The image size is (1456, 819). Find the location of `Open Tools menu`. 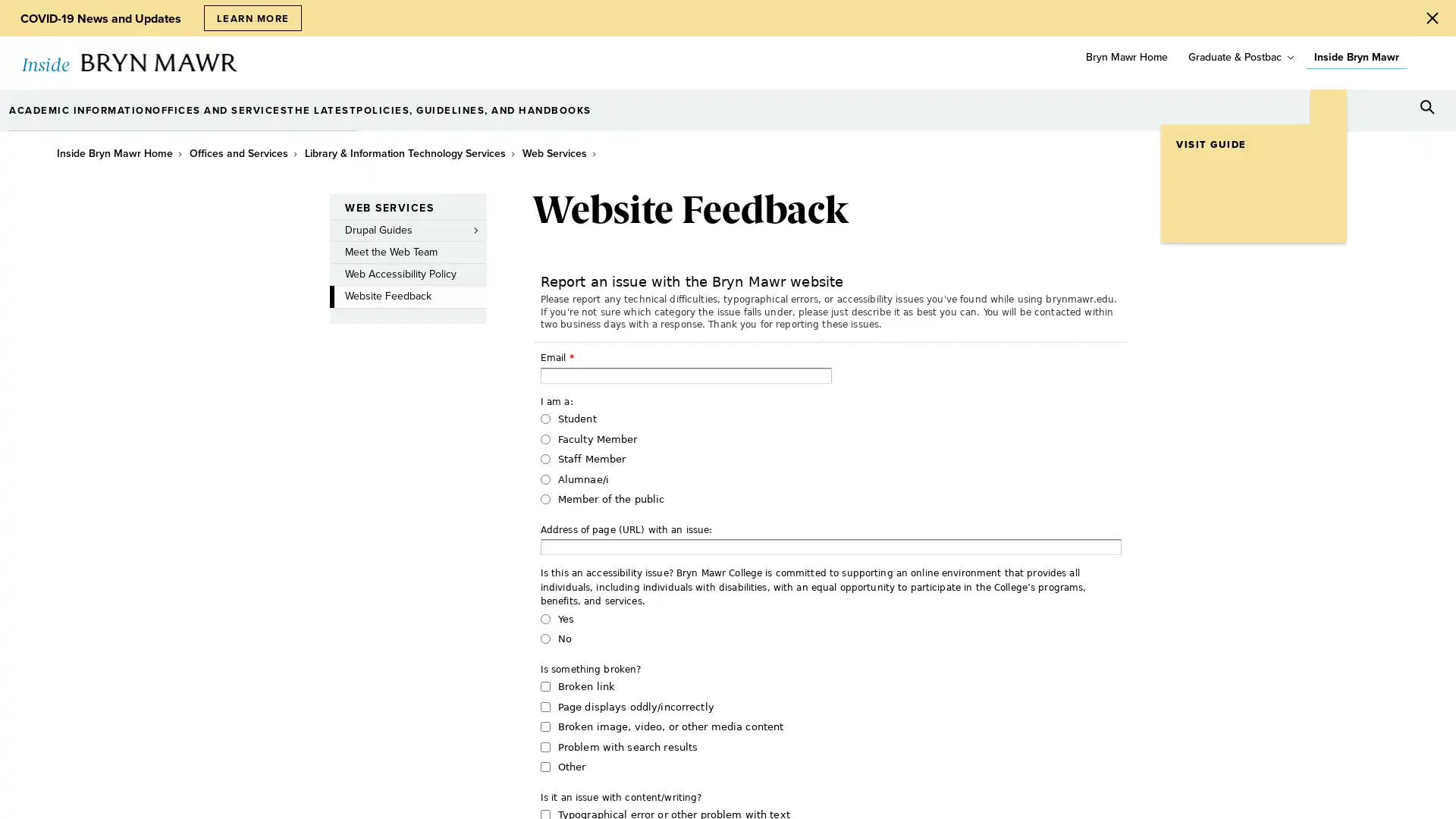

Open Tools menu is located at coordinates (1351, 105).